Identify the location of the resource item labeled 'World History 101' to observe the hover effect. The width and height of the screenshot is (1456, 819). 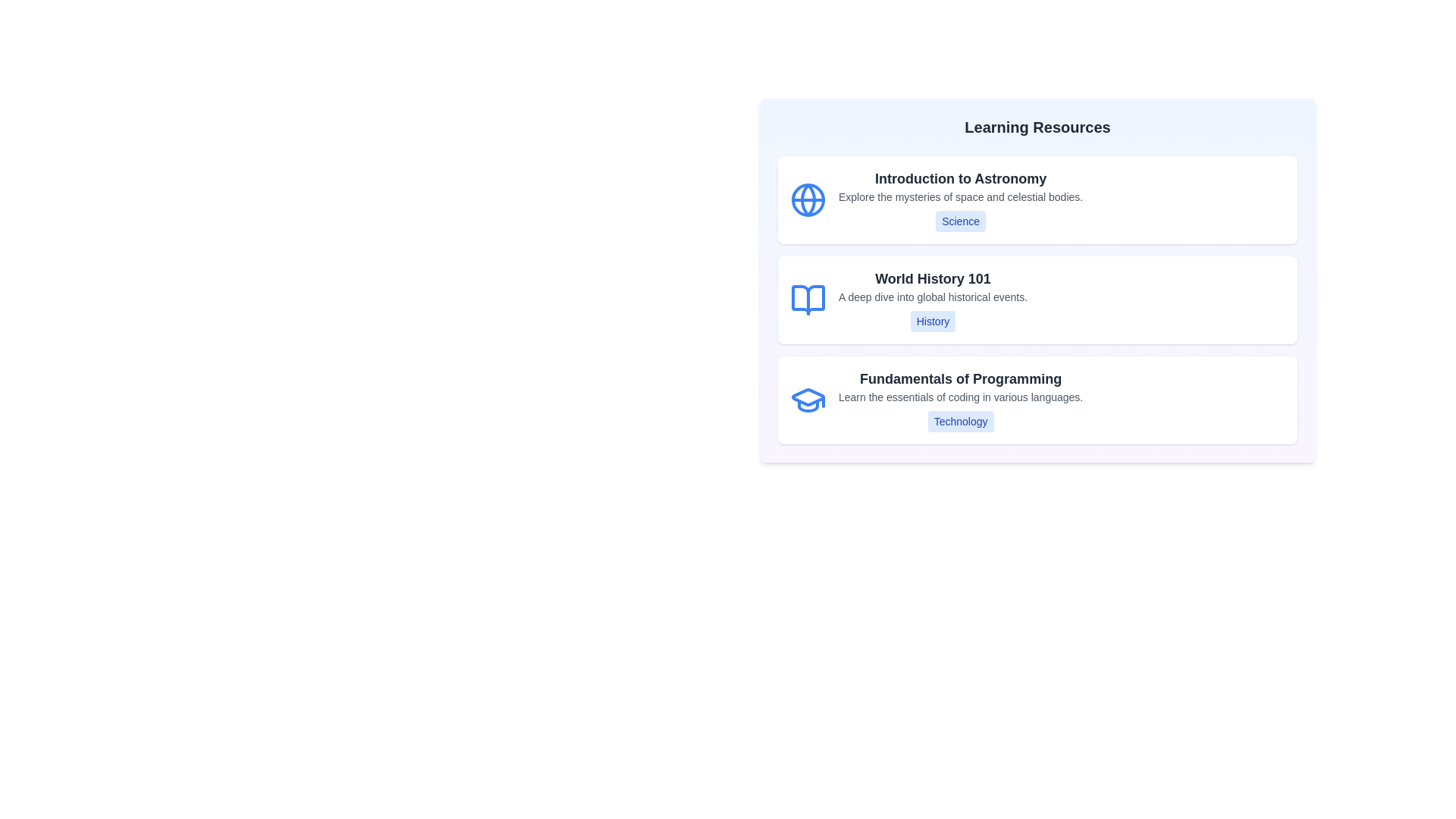
(1037, 300).